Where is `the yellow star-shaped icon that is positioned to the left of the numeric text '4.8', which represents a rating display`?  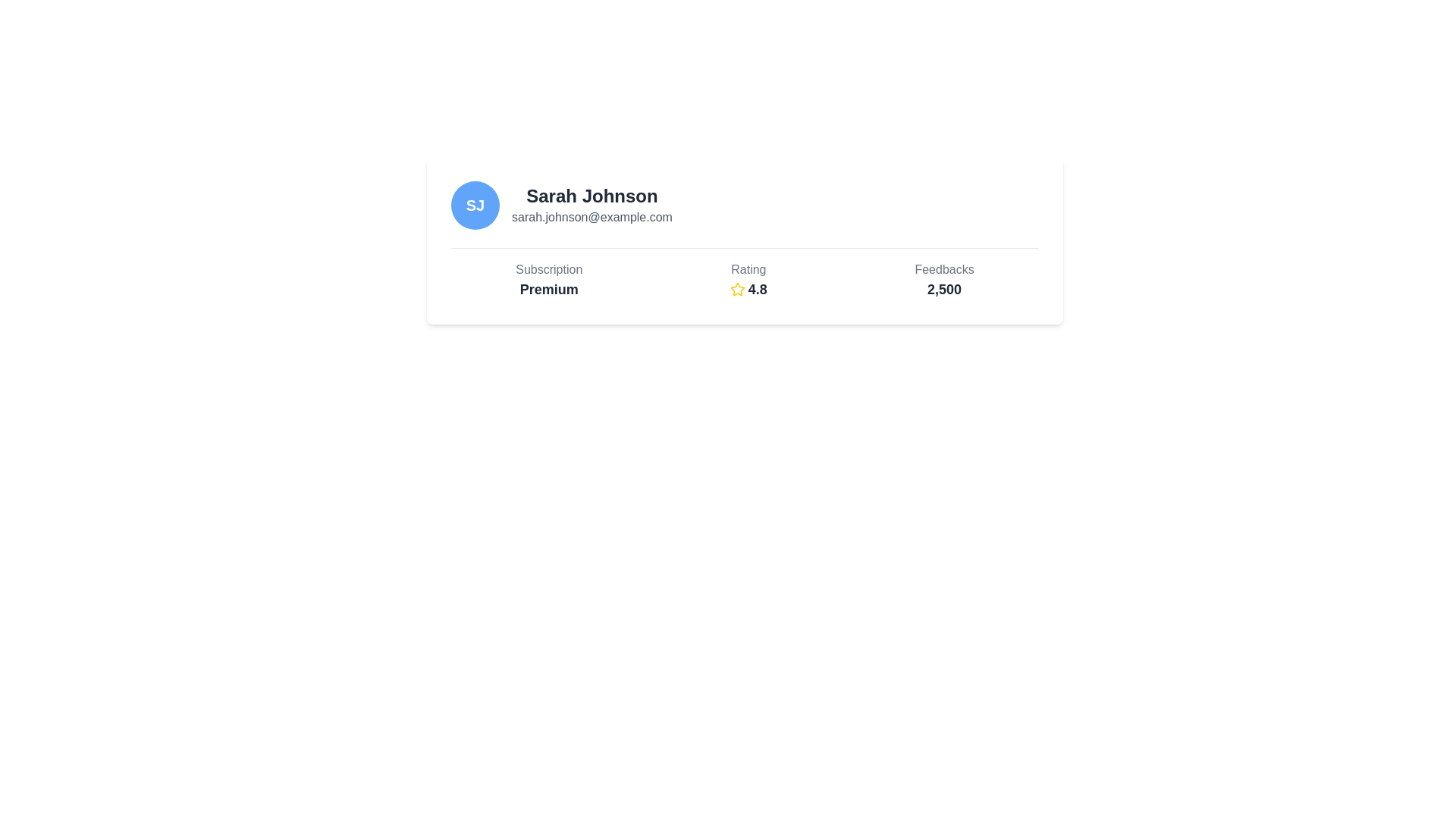
the yellow star-shaped icon that is positioned to the left of the numeric text '4.8', which represents a rating display is located at coordinates (737, 289).